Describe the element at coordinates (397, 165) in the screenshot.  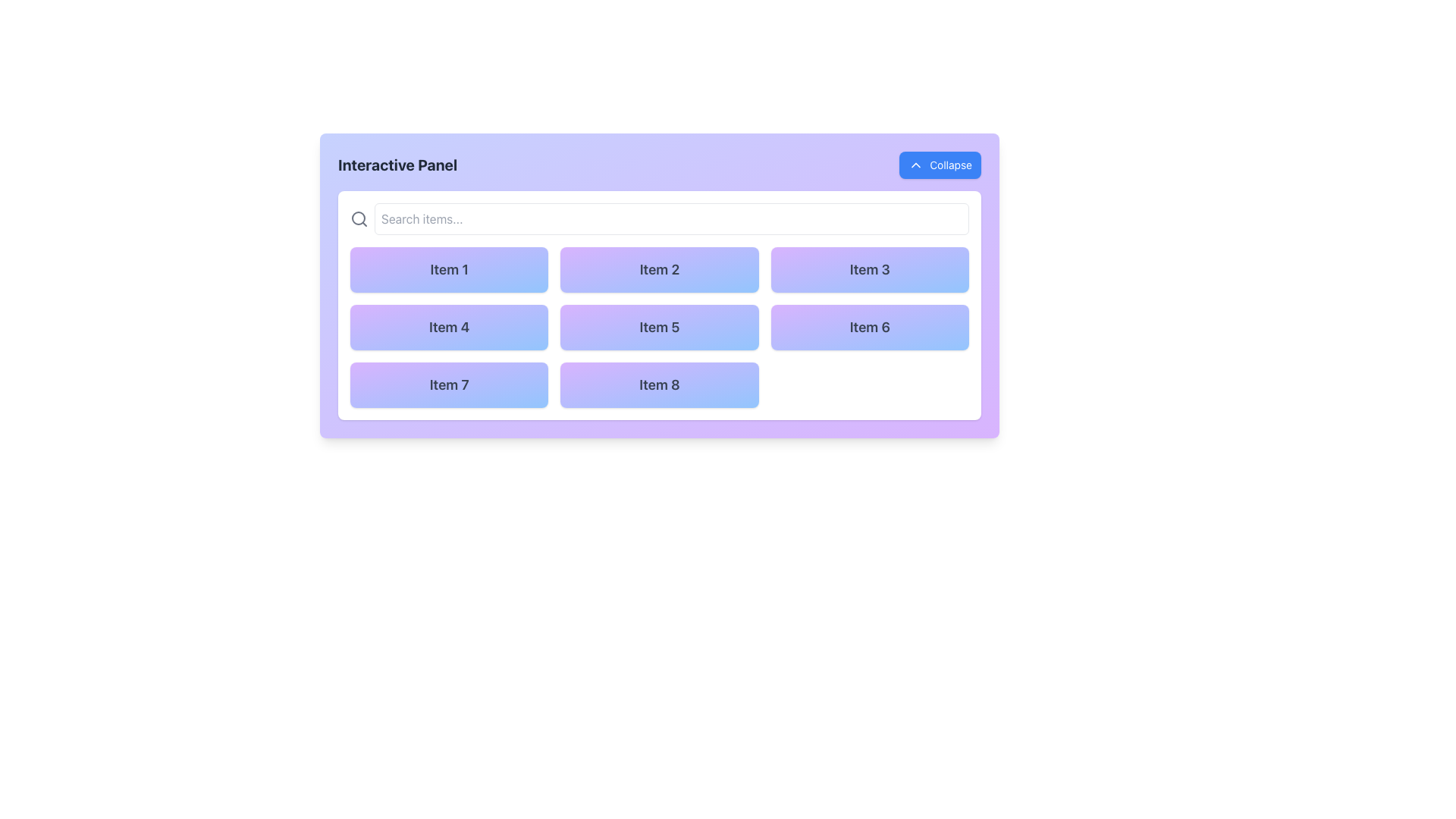
I see `the Text Label that serves as a header for the interactive panel, located near the top left of the interface` at that location.